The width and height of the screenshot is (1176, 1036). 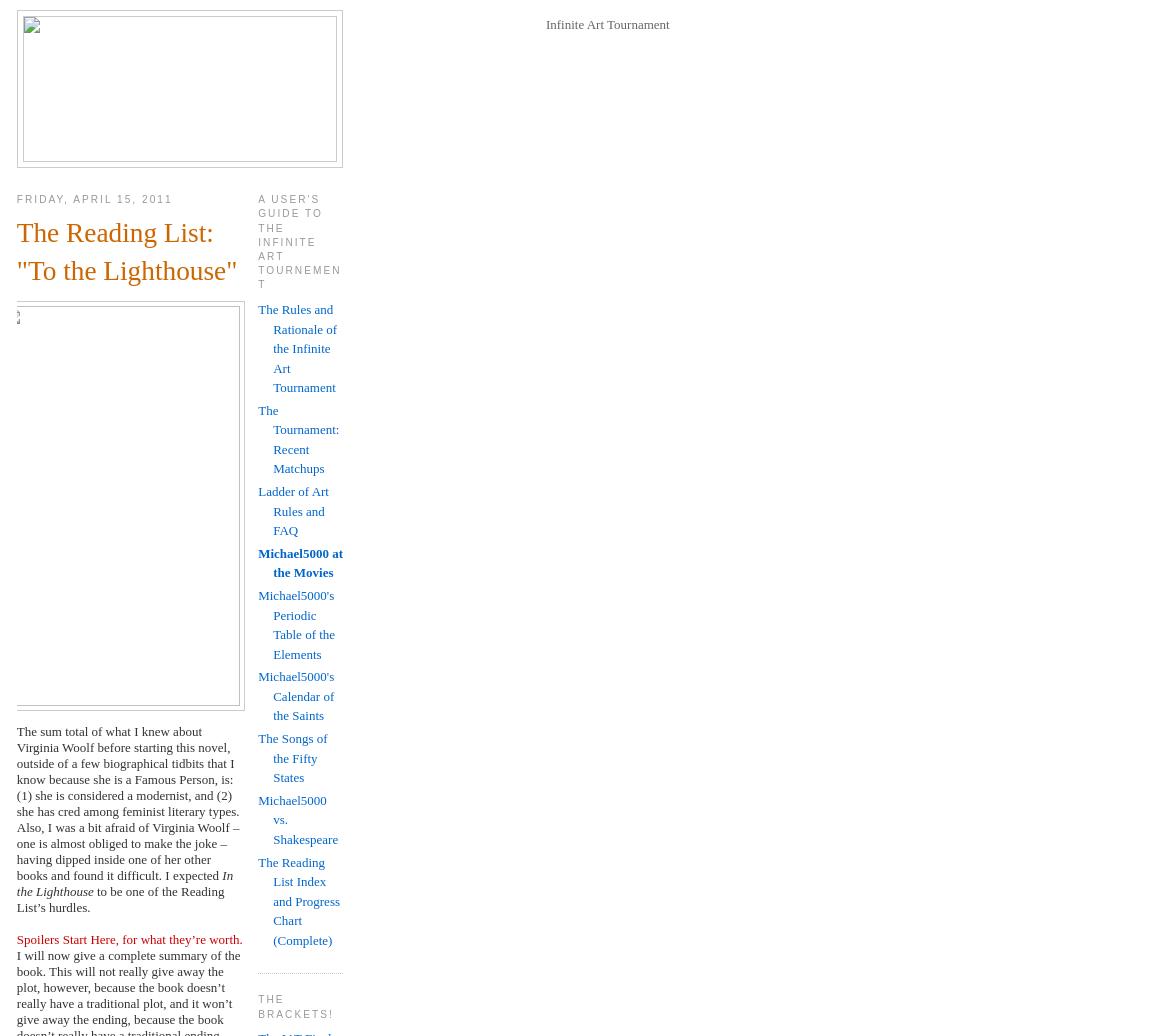 I want to click on 'The Tournament: Recent Matchups', so click(x=298, y=438).